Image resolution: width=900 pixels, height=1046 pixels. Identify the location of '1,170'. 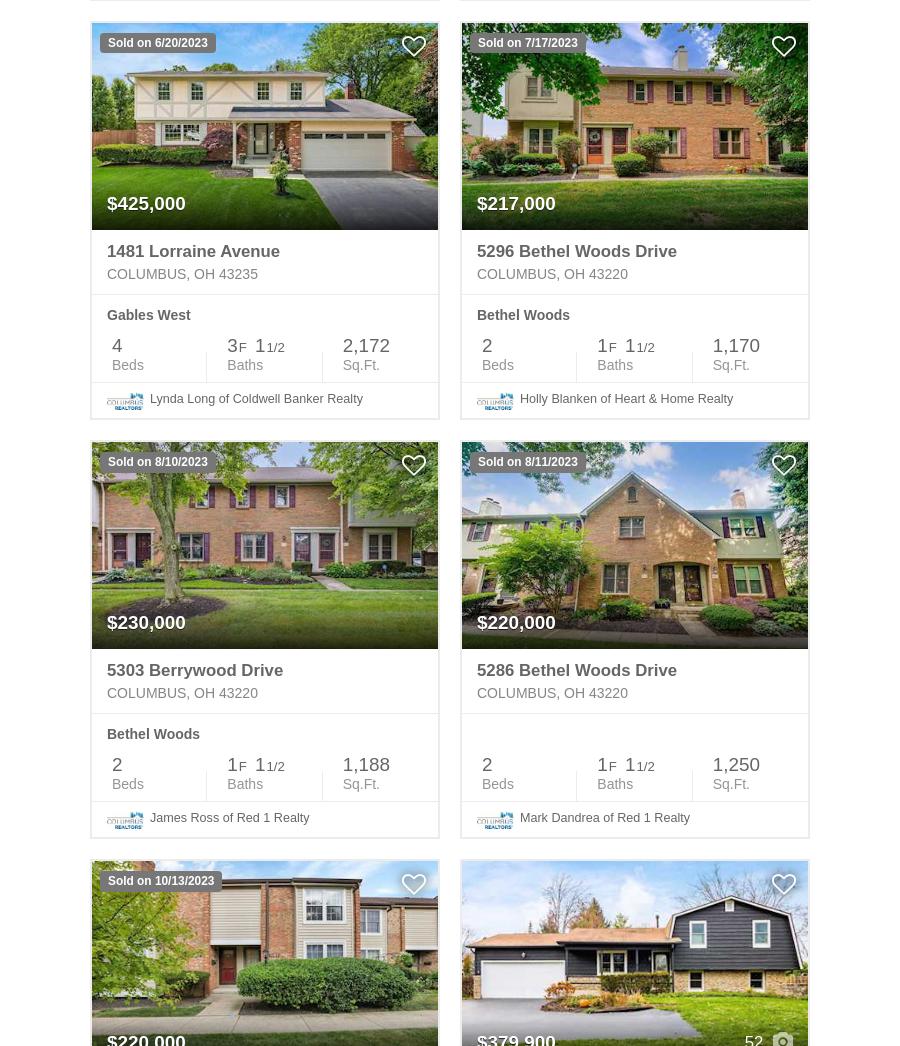
(710, 344).